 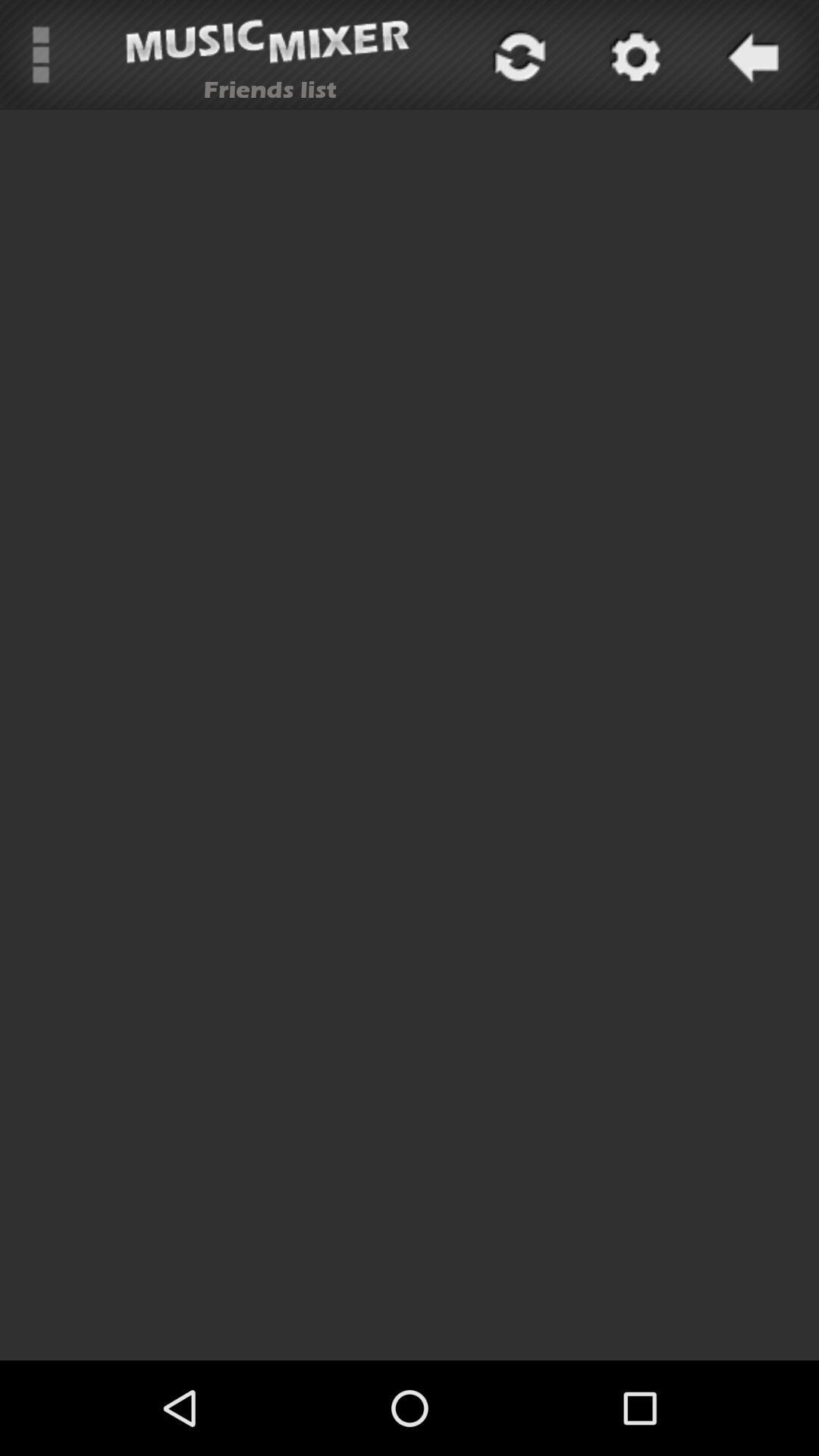 I want to click on the arrow_backward icon, so click(x=749, y=58).